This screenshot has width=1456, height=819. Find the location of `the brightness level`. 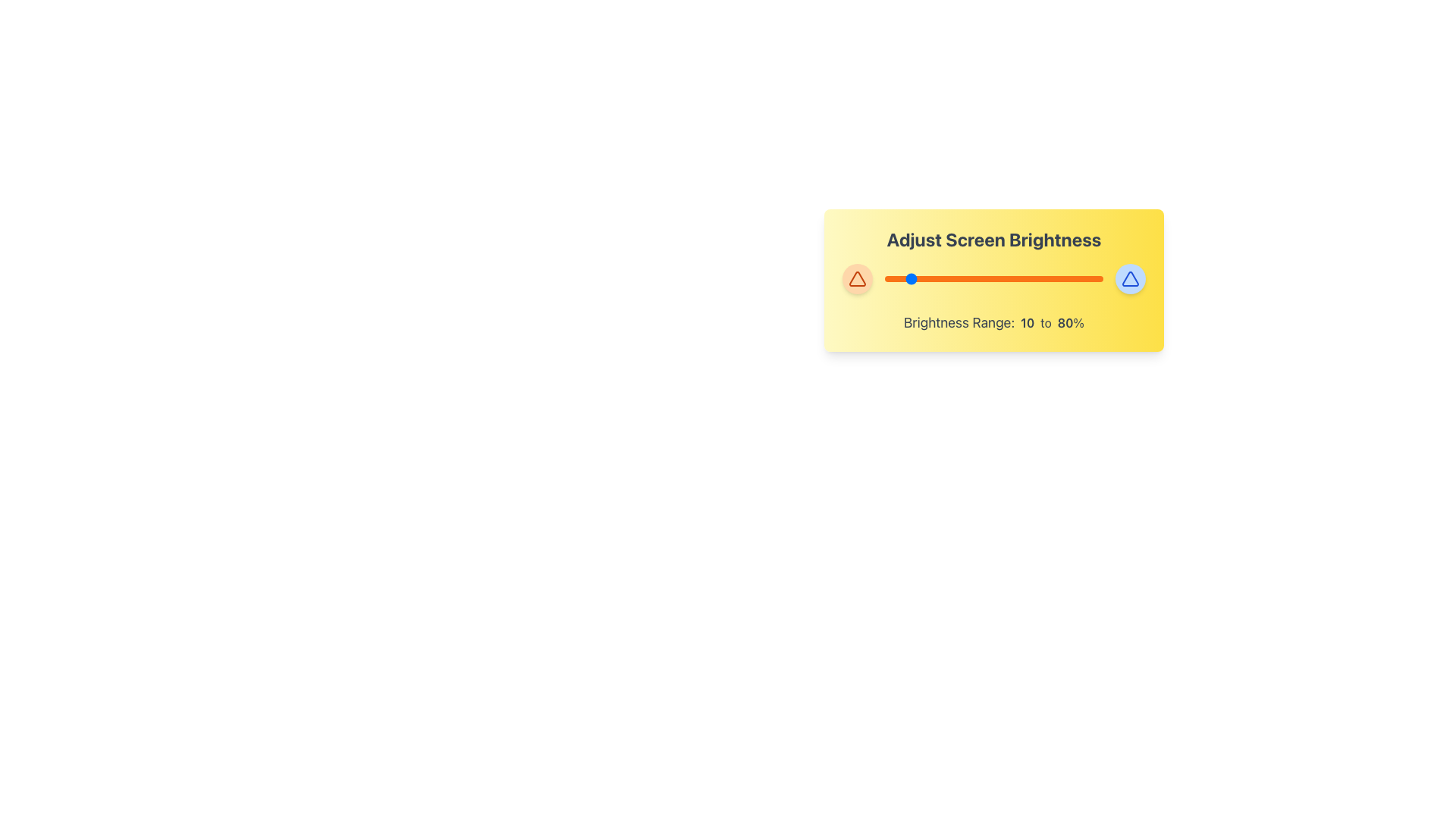

the brightness level is located at coordinates (1062, 278).